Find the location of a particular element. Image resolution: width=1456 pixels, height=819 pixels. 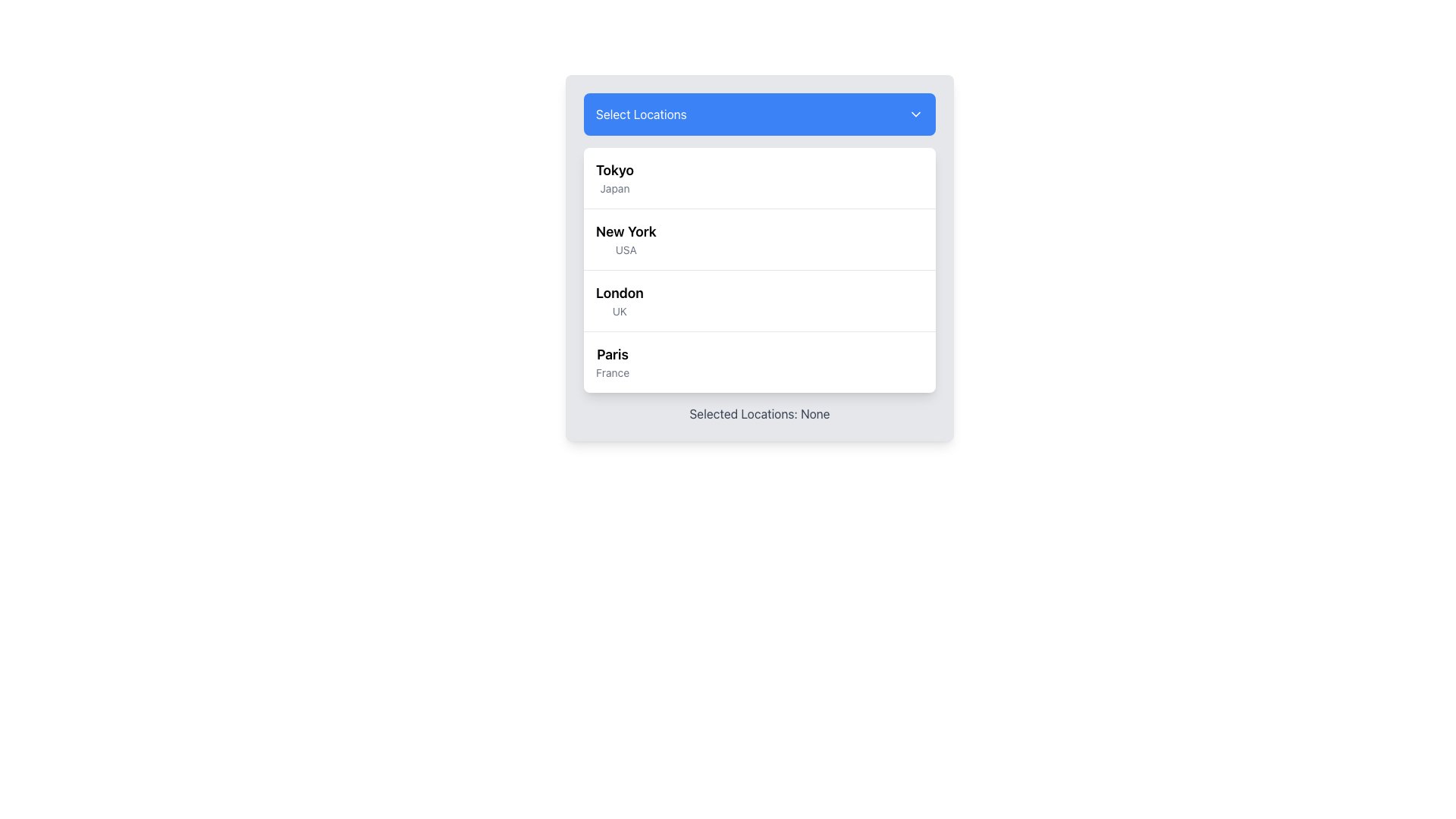

the topmost selectable option element displaying 'Tokyo' and 'Japan' in a list under the 'Select Locations' header is located at coordinates (615, 177).